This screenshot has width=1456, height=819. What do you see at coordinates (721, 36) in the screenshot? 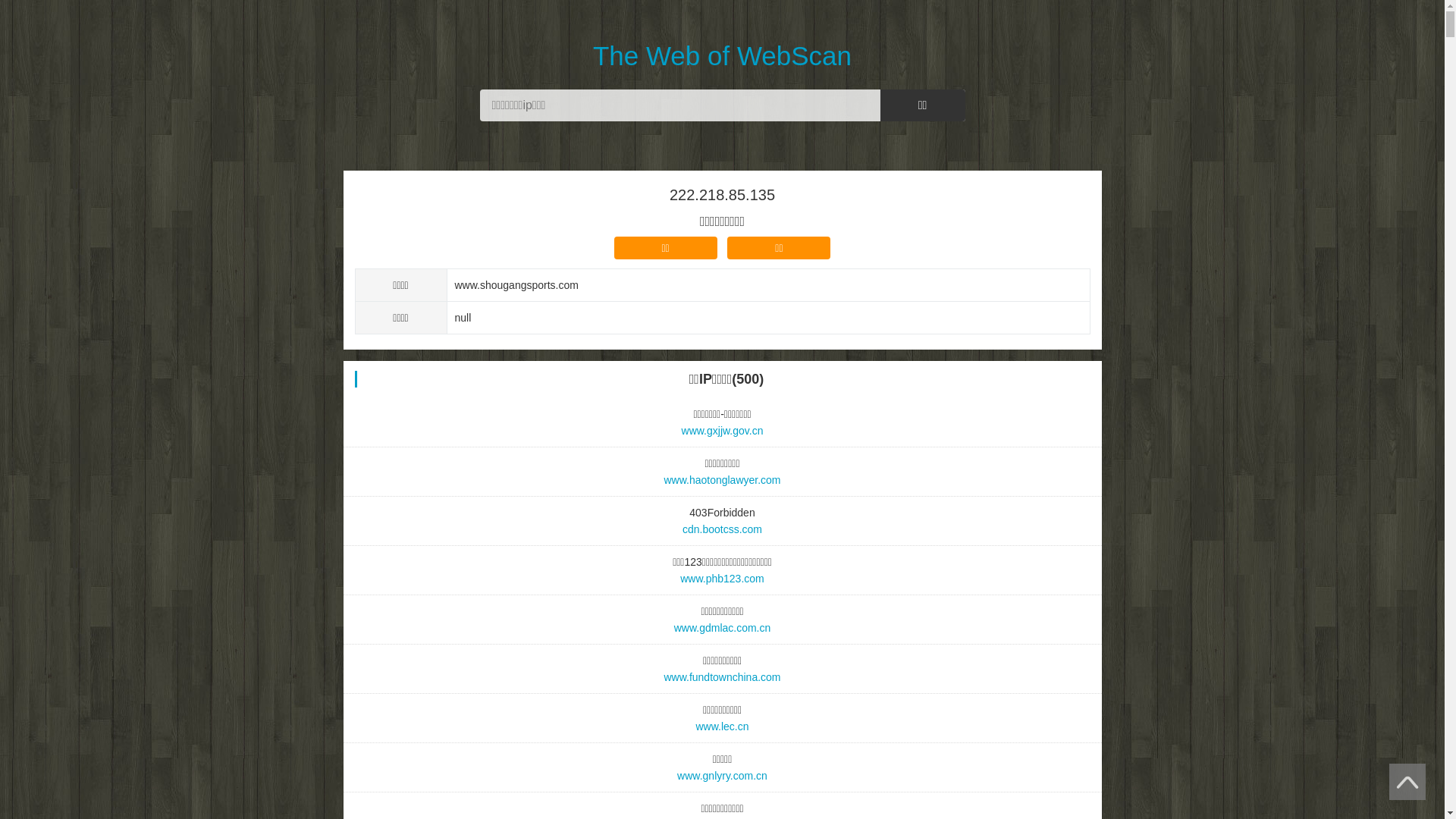
I see `'The Web of WebScan'` at bounding box center [721, 36].